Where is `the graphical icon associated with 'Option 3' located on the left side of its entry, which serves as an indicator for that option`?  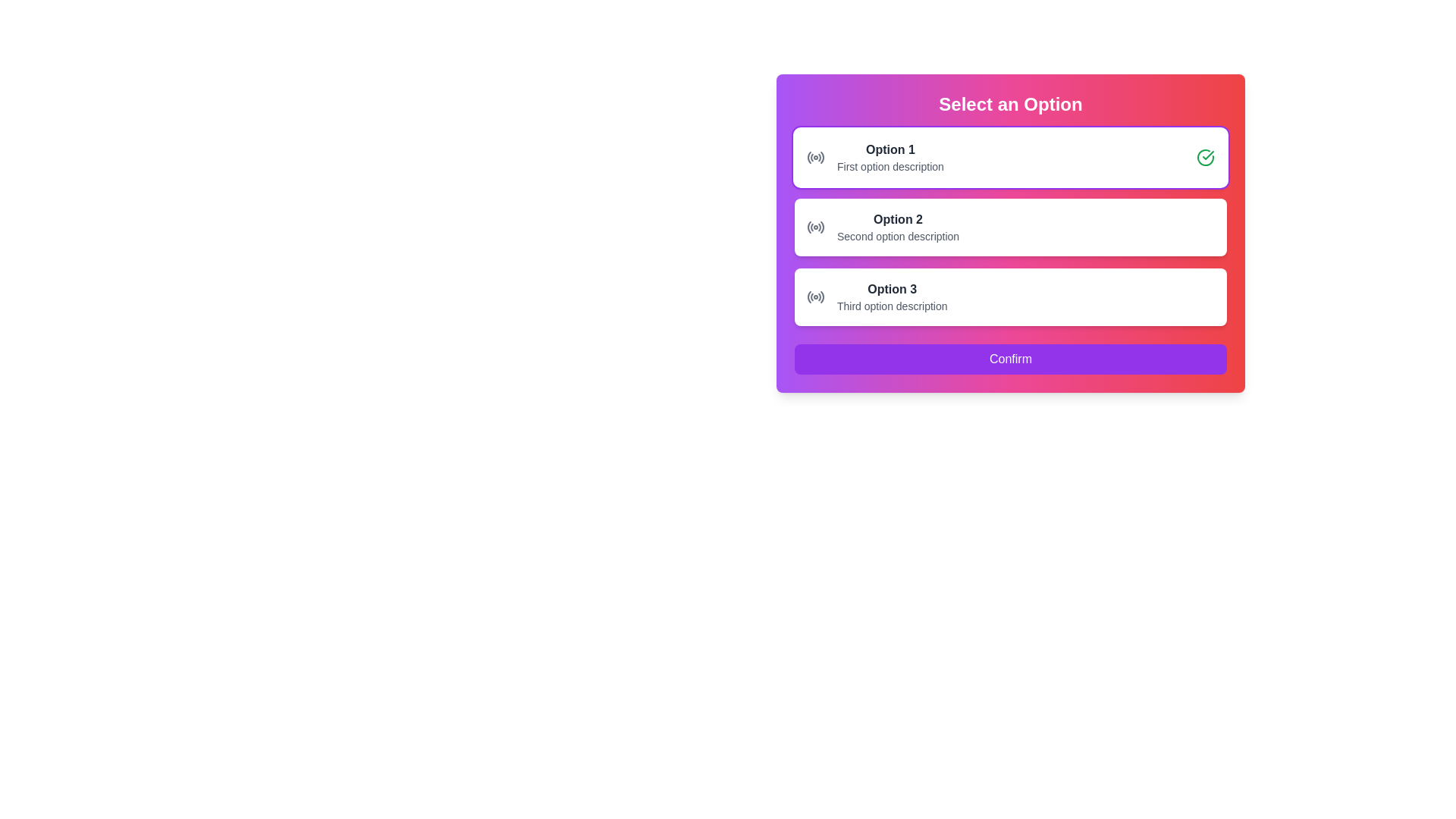 the graphical icon associated with 'Option 3' located on the left side of its entry, which serves as an indicator for that option is located at coordinates (814, 297).